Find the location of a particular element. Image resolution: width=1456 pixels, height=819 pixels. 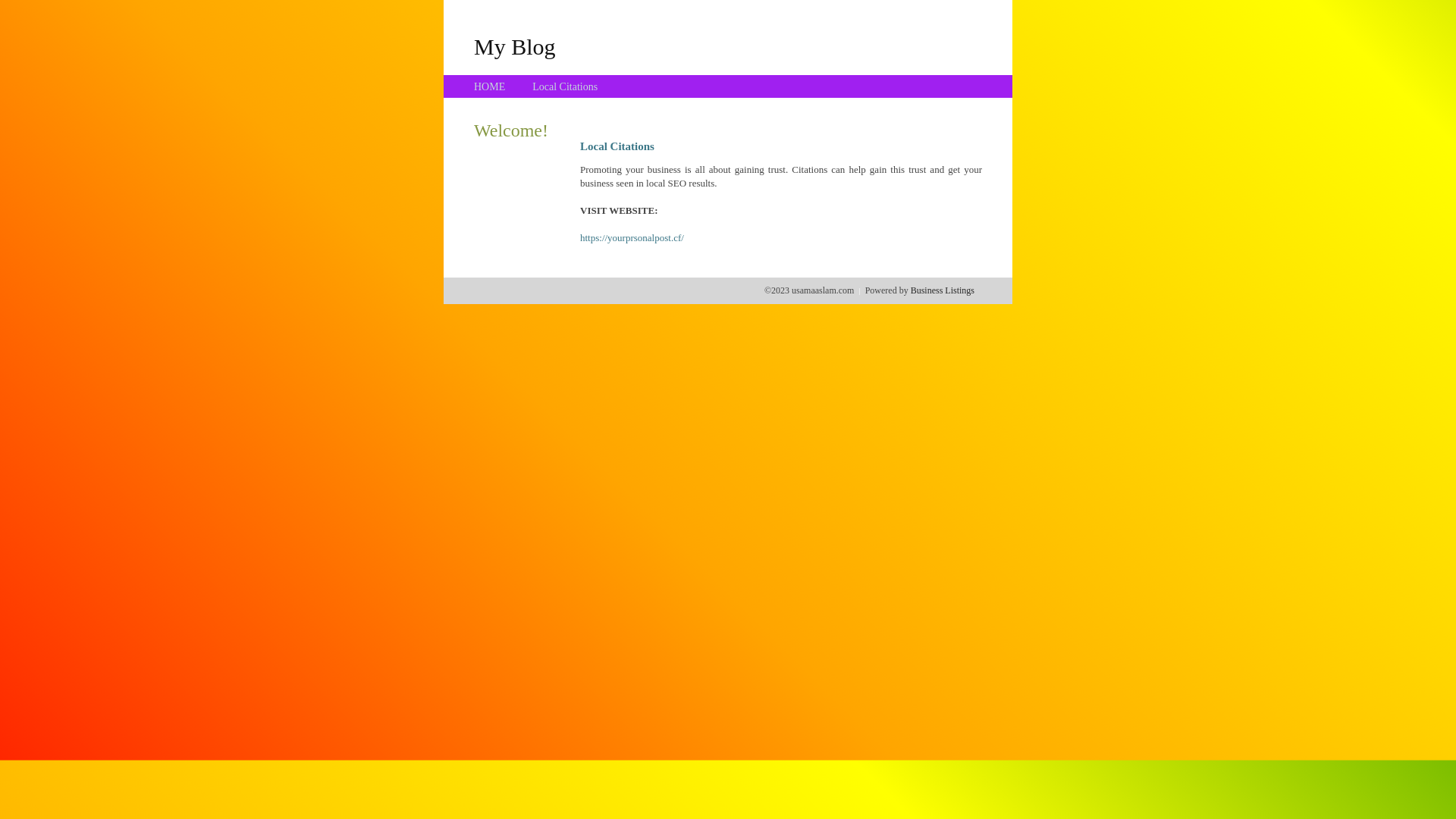

'My Blog' is located at coordinates (514, 45).